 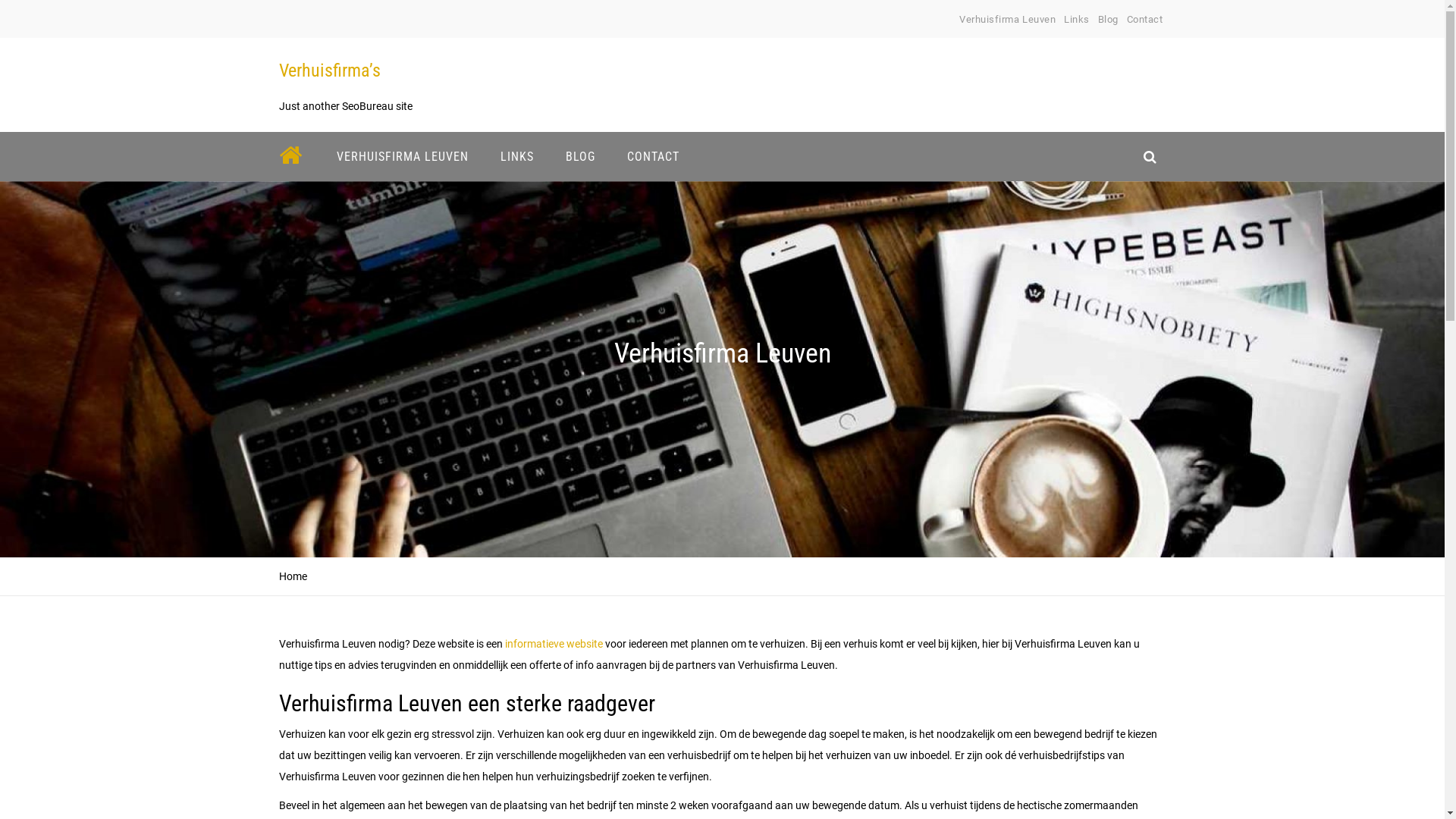 I want to click on 'informatieve website', so click(x=502, y=643).